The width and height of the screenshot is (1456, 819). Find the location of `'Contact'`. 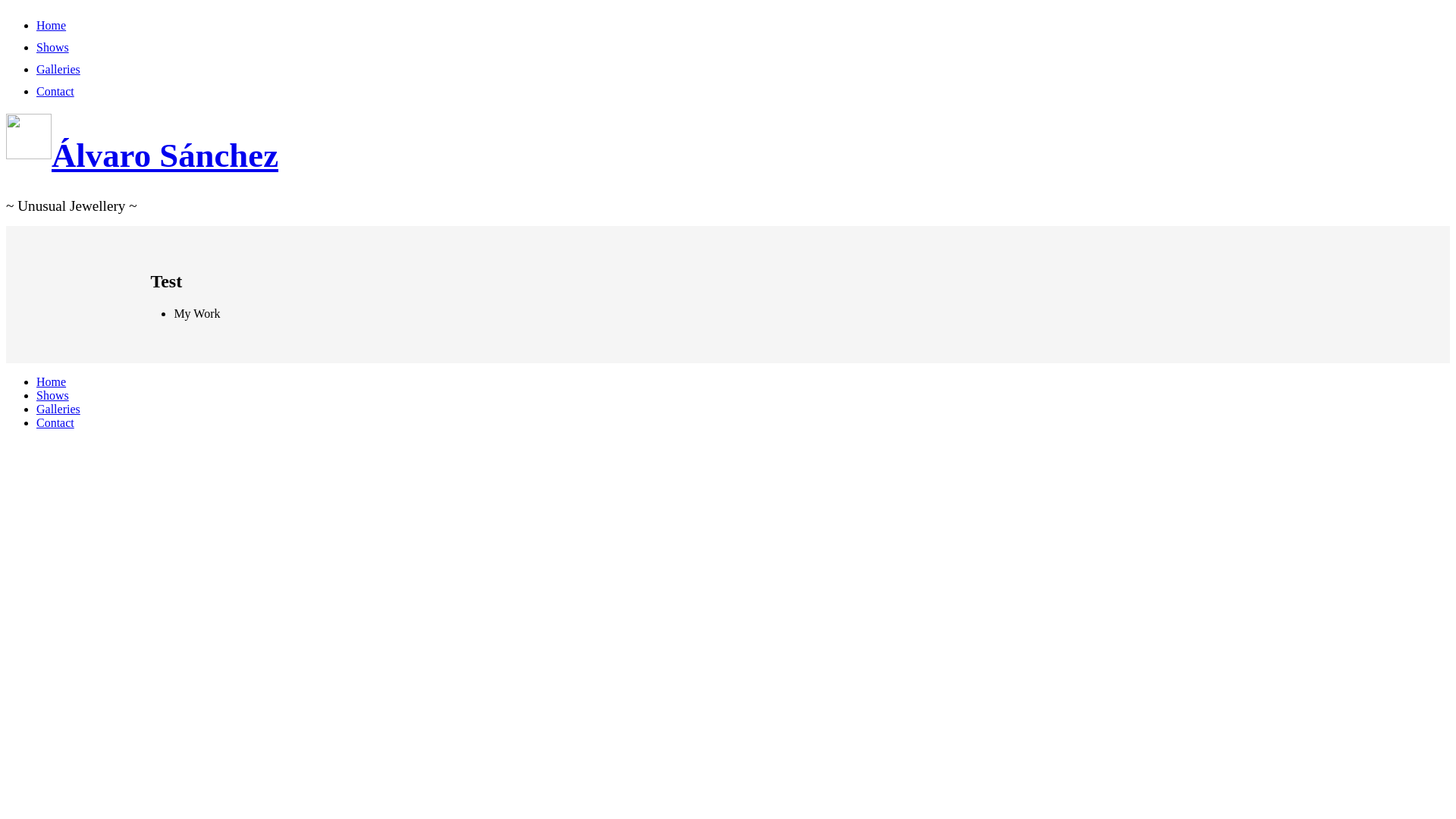

'Contact' is located at coordinates (36, 91).